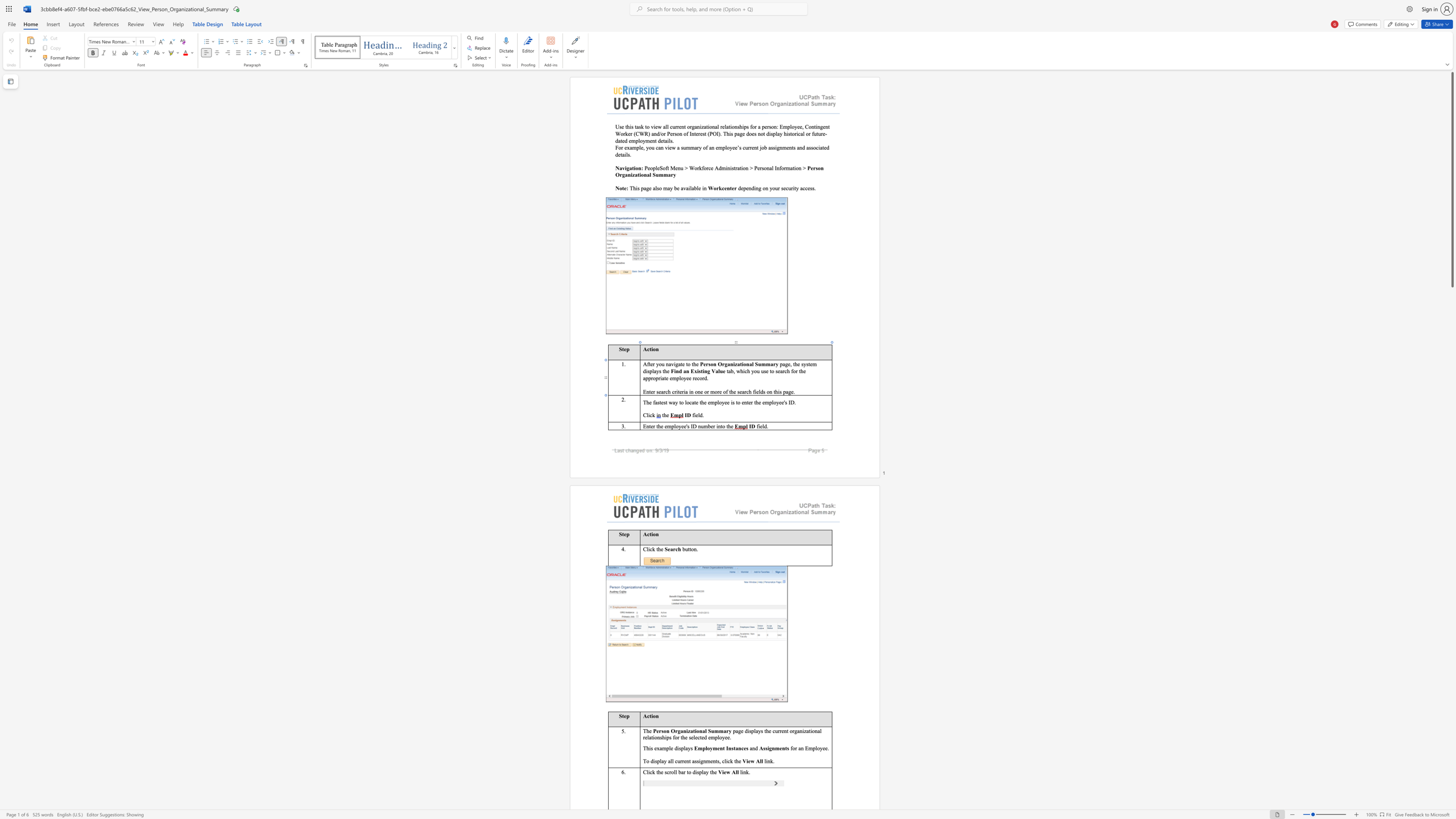 The image size is (1456, 819). I want to click on the 1th character "g" in the text, so click(770, 747).